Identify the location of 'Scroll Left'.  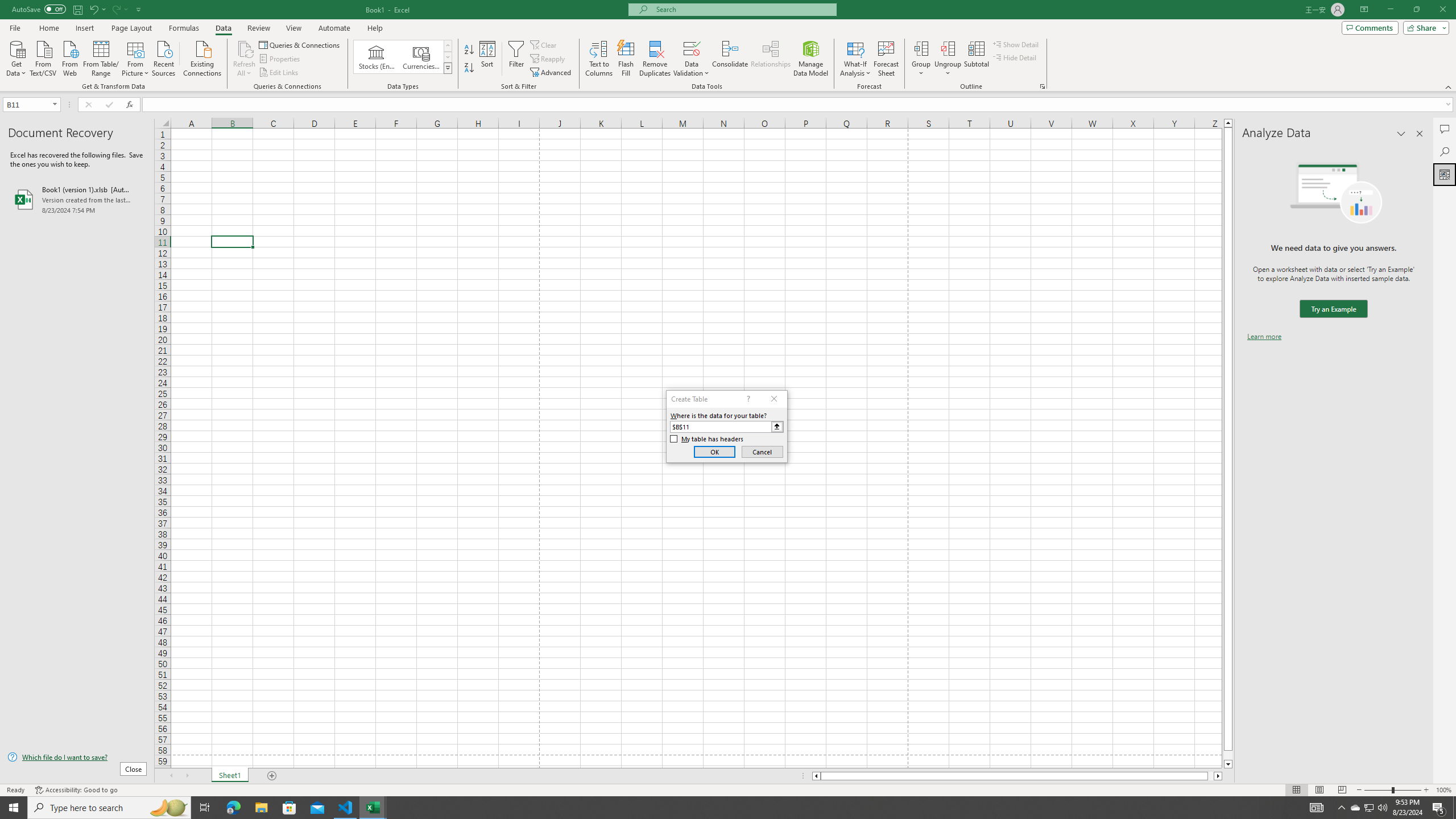
(170, 775).